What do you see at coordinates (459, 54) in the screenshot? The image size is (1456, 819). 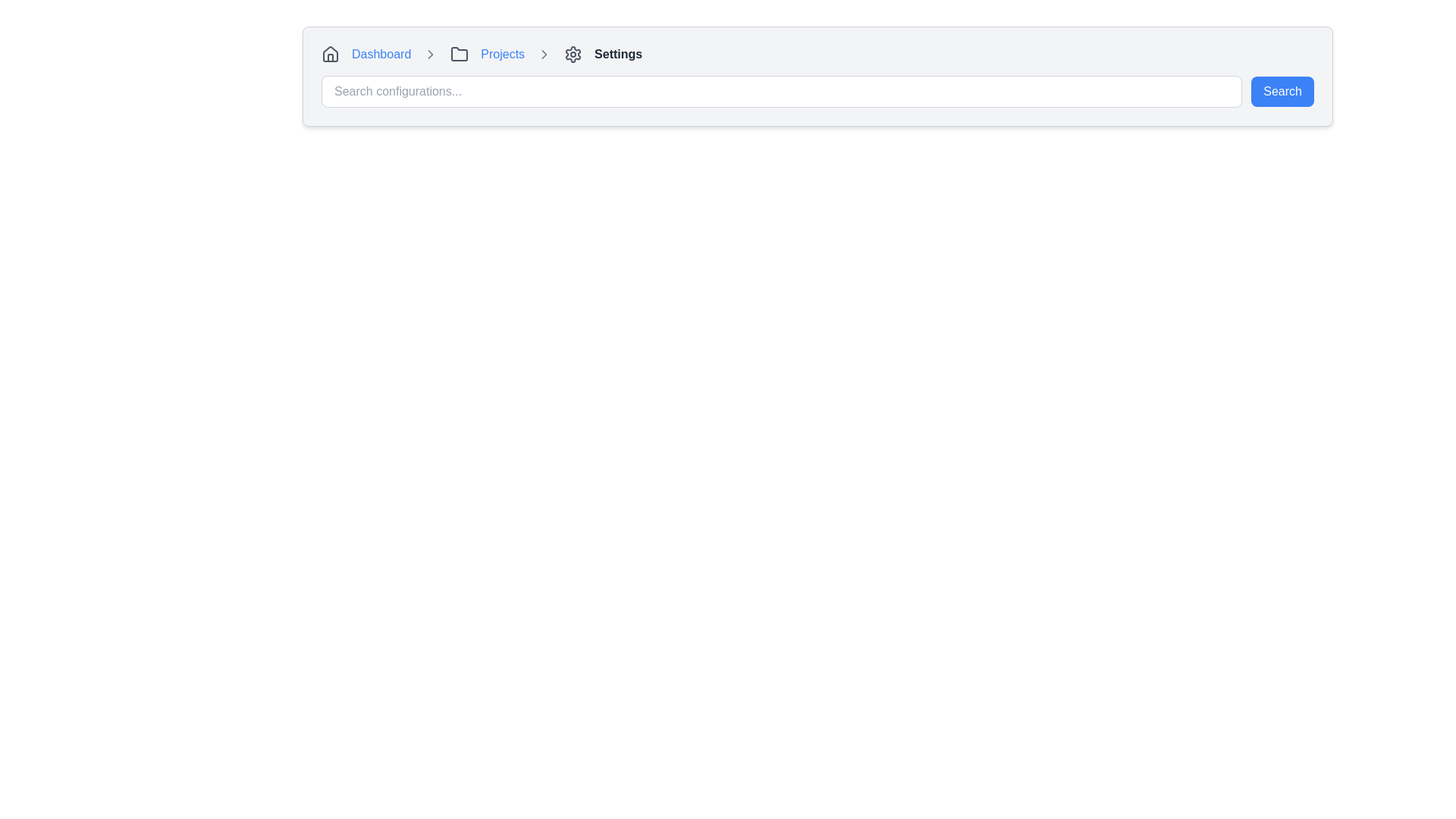 I see `the folder icon indicating navigation related to the 'Projects' section located at the top of the interface` at bounding box center [459, 54].